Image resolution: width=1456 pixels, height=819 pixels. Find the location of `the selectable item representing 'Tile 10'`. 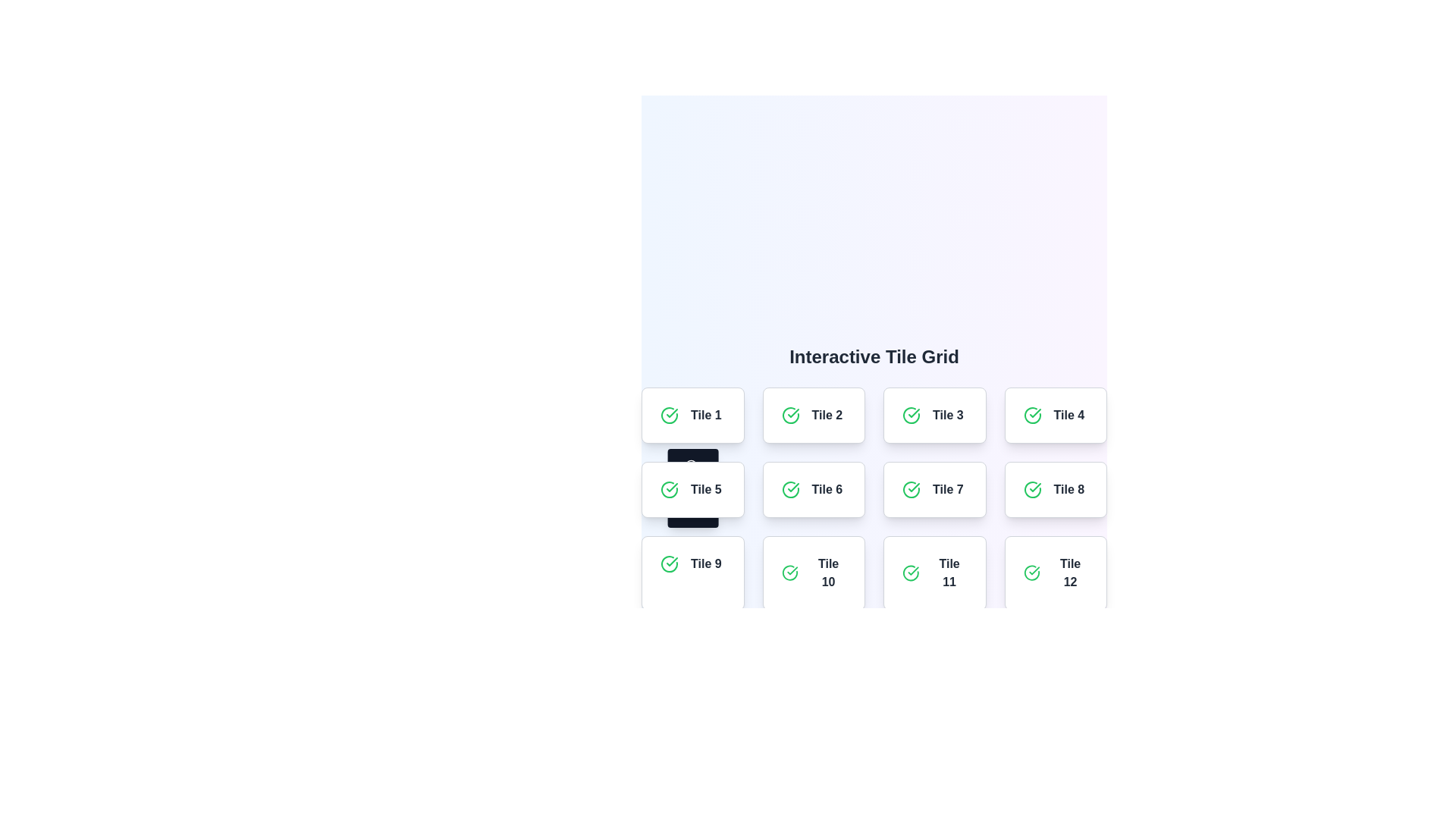

the selectable item representing 'Tile 10' is located at coordinates (813, 573).